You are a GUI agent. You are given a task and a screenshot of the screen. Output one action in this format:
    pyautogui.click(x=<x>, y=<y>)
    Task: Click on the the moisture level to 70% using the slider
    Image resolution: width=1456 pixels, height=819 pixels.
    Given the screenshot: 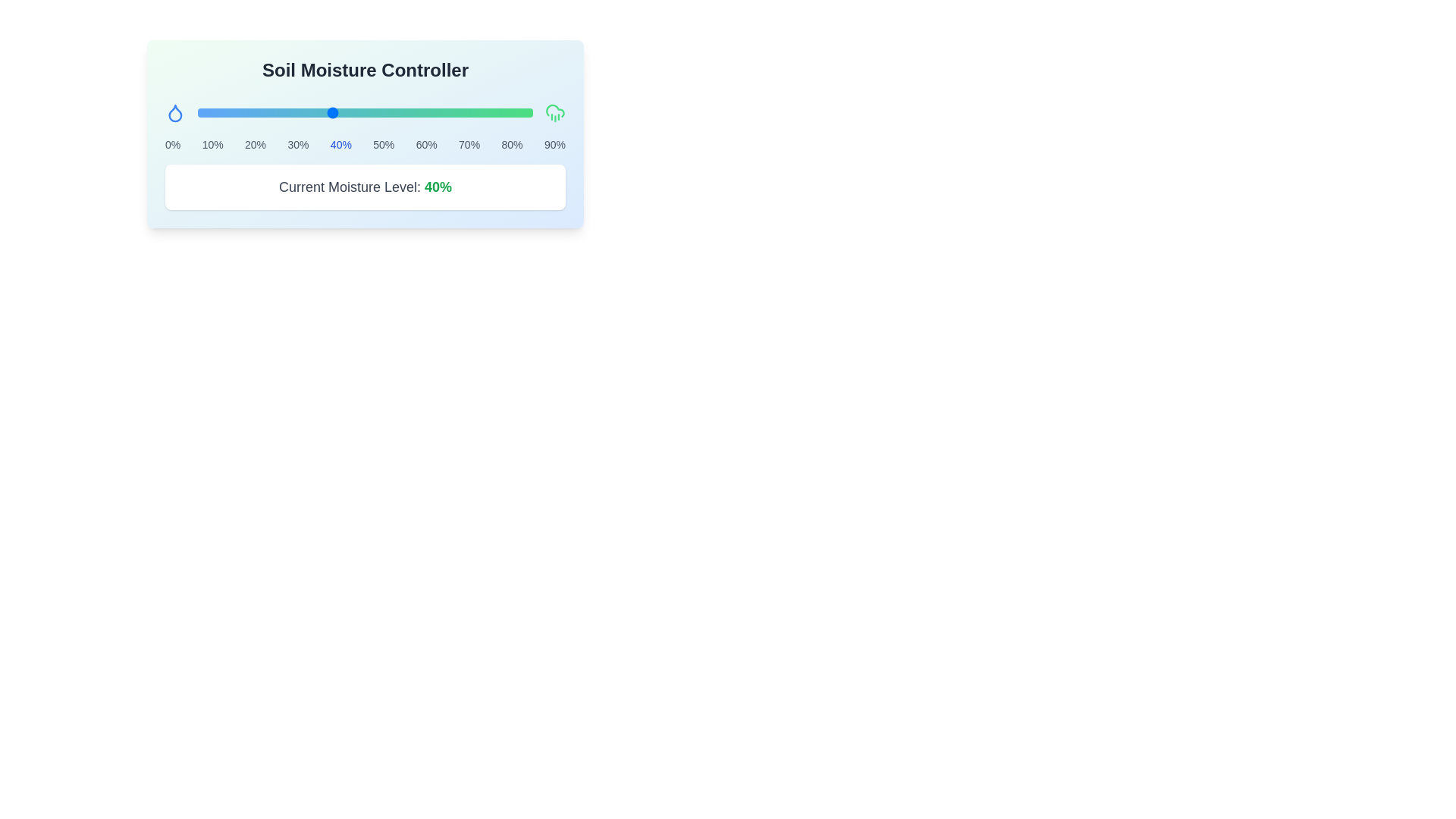 What is the action you would take?
    pyautogui.click(x=431, y=112)
    